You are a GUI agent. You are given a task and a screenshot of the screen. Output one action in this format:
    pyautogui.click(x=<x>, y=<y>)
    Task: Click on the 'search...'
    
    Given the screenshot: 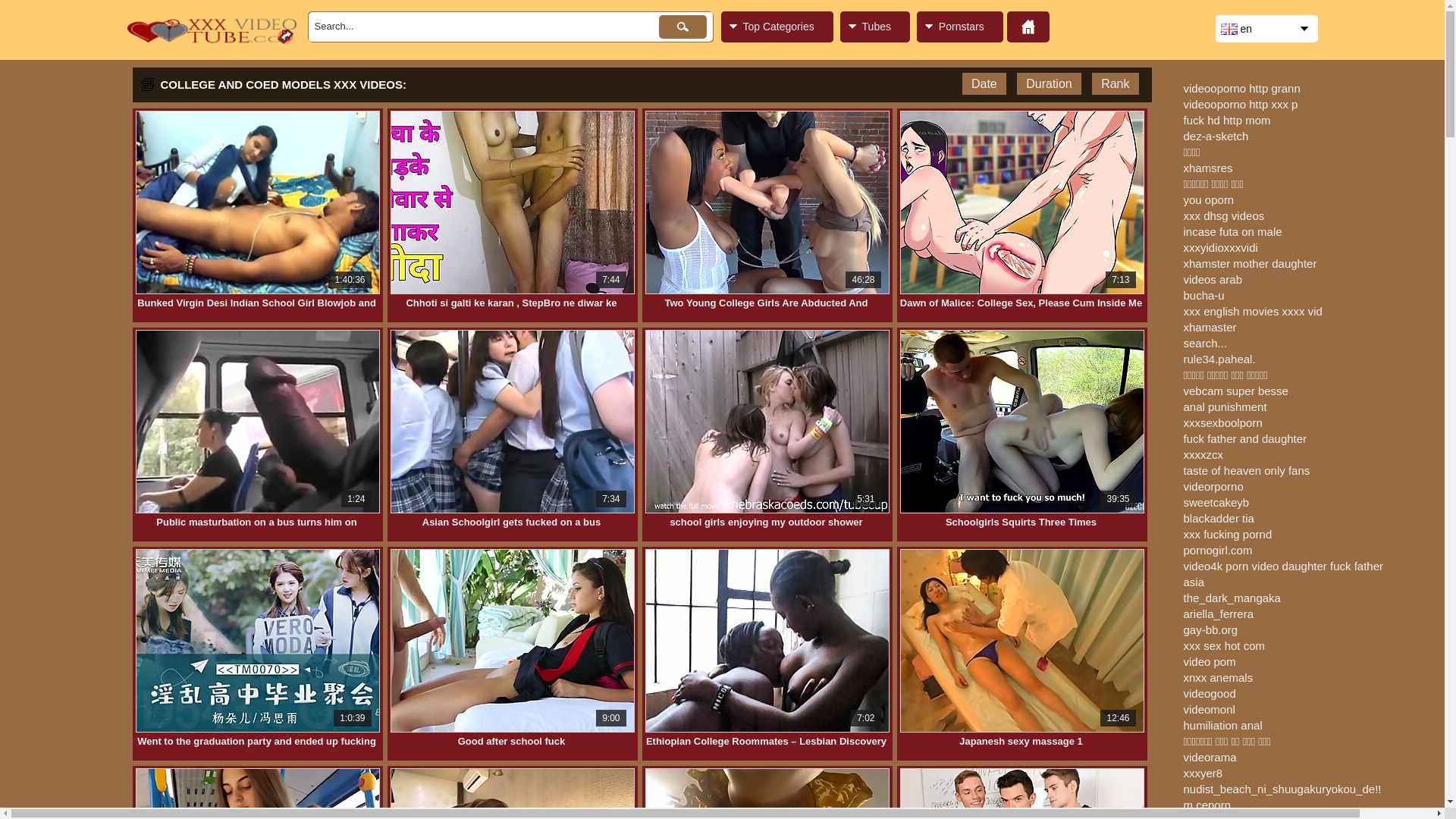 What is the action you would take?
    pyautogui.click(x=1203, y=343)
    